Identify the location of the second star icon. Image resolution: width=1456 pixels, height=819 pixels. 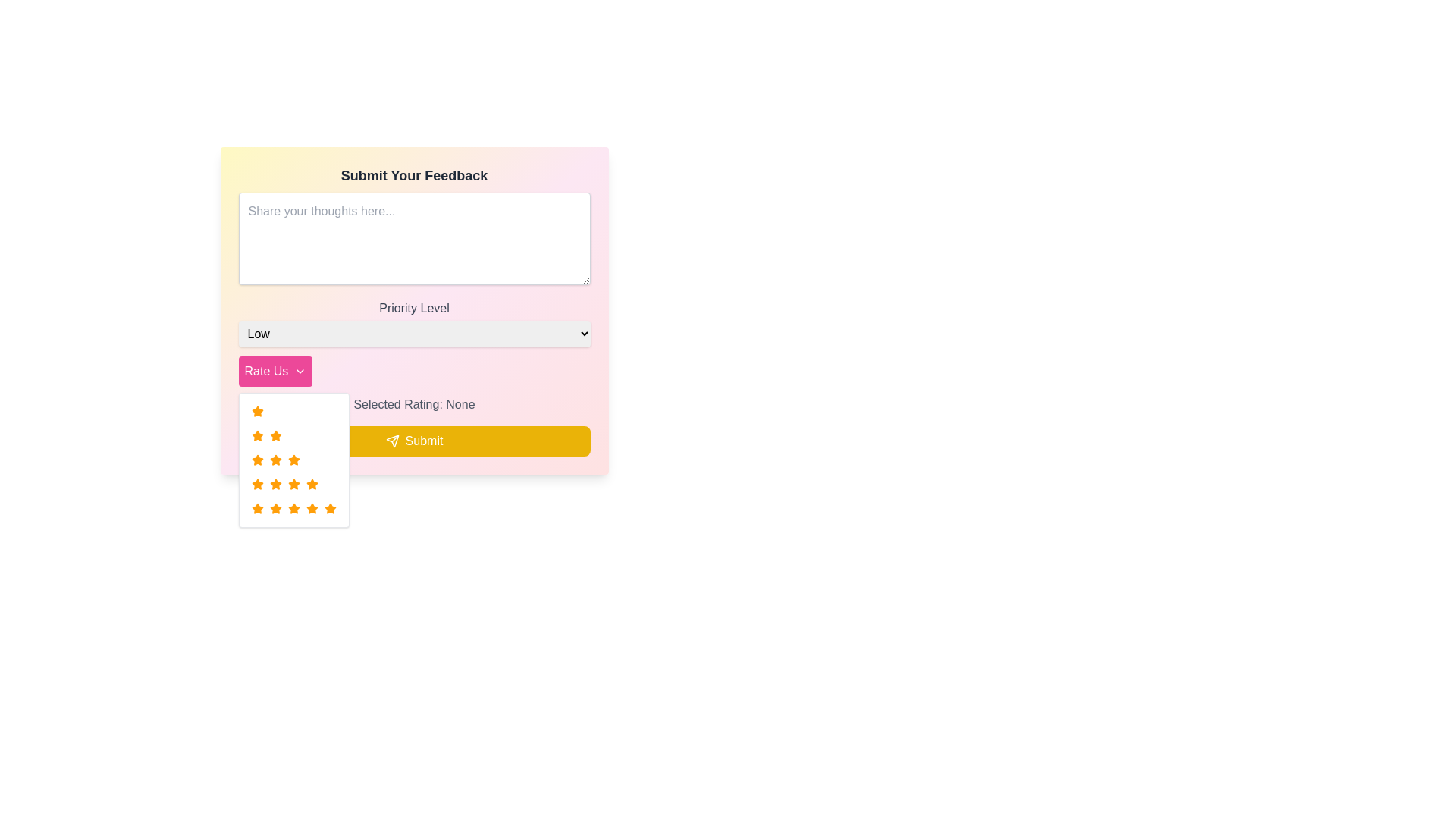
(293, 459).